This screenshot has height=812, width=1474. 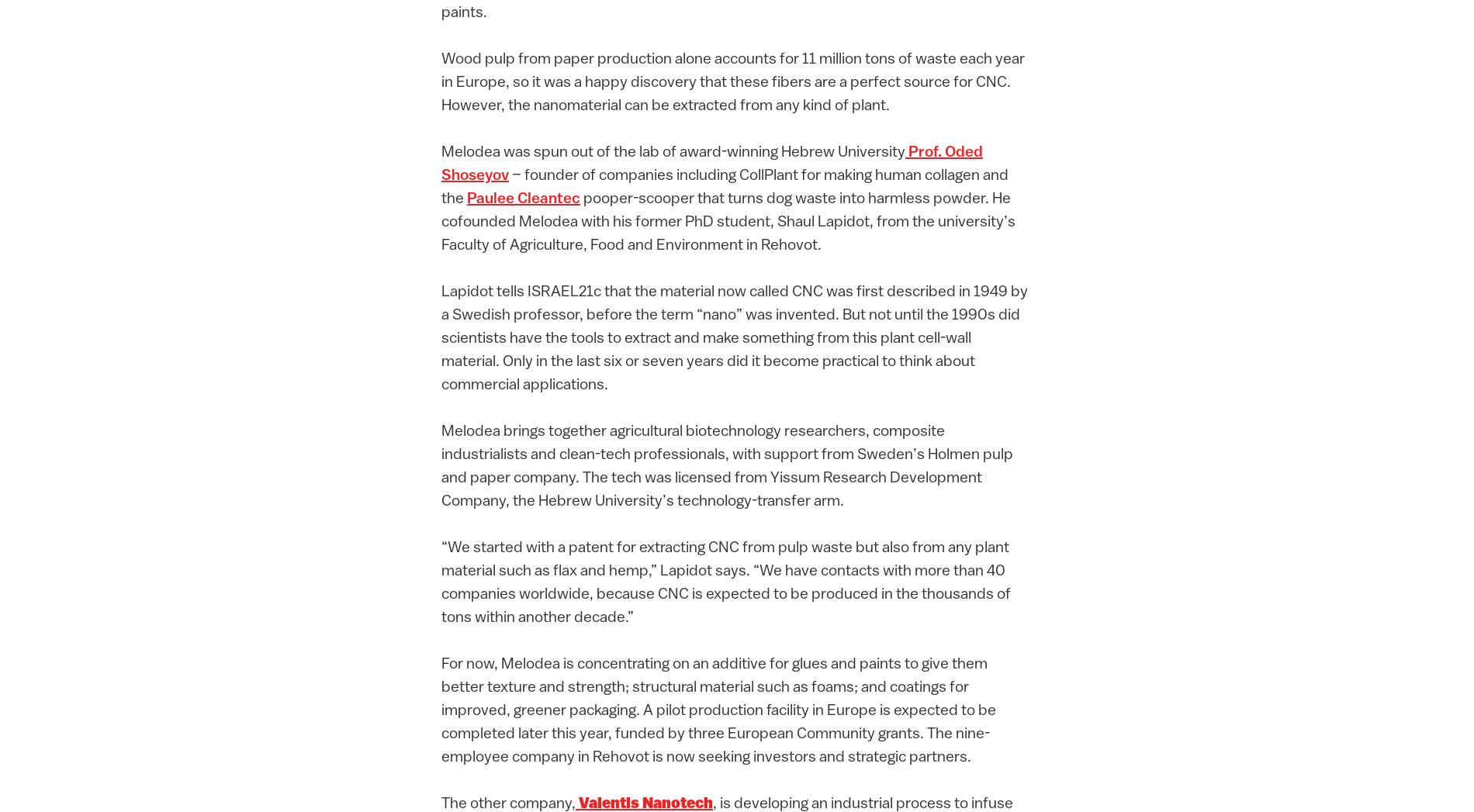 What do you see at coordinates (524, 199) in the screenshot?
I see `'Paulee Cleantec'` at bounding box center [524, 199].